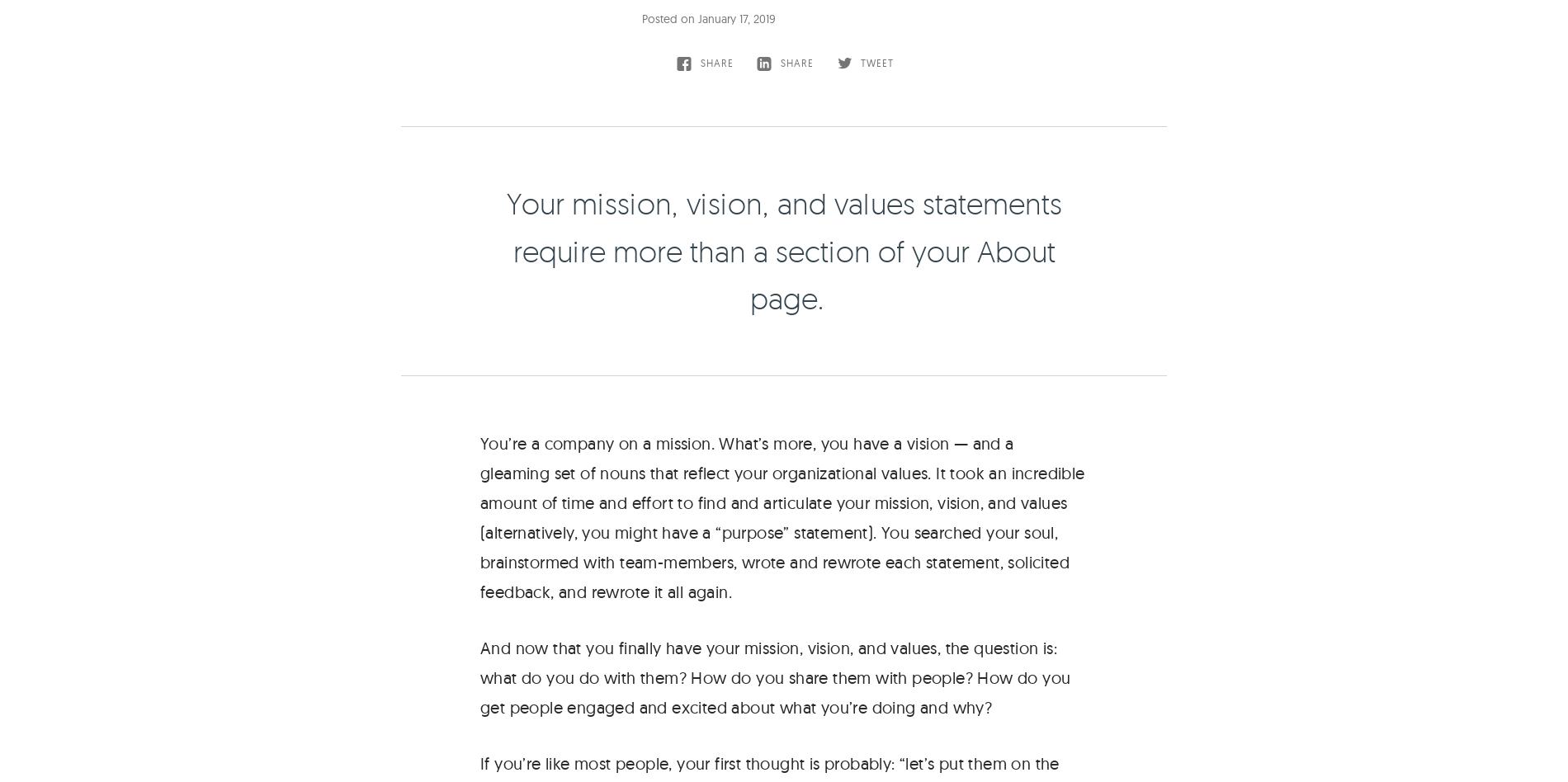  What do you see at coordinates (782, 233) in the screenshot?
I see `'The Viget Newsletter'` at bounding box center [782, 233].